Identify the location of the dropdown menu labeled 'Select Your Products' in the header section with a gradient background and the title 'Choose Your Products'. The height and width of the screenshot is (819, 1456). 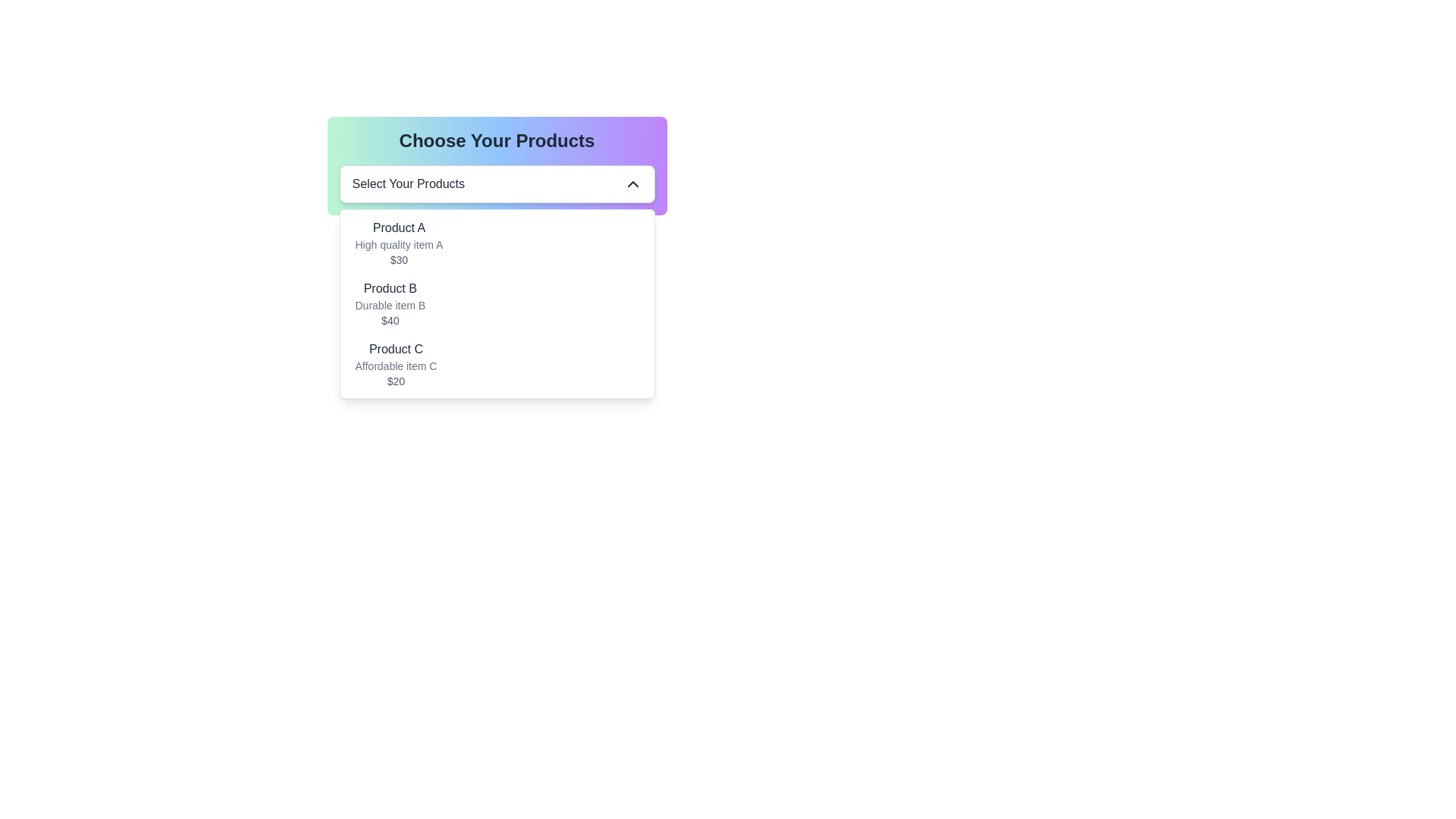
(497, 166).